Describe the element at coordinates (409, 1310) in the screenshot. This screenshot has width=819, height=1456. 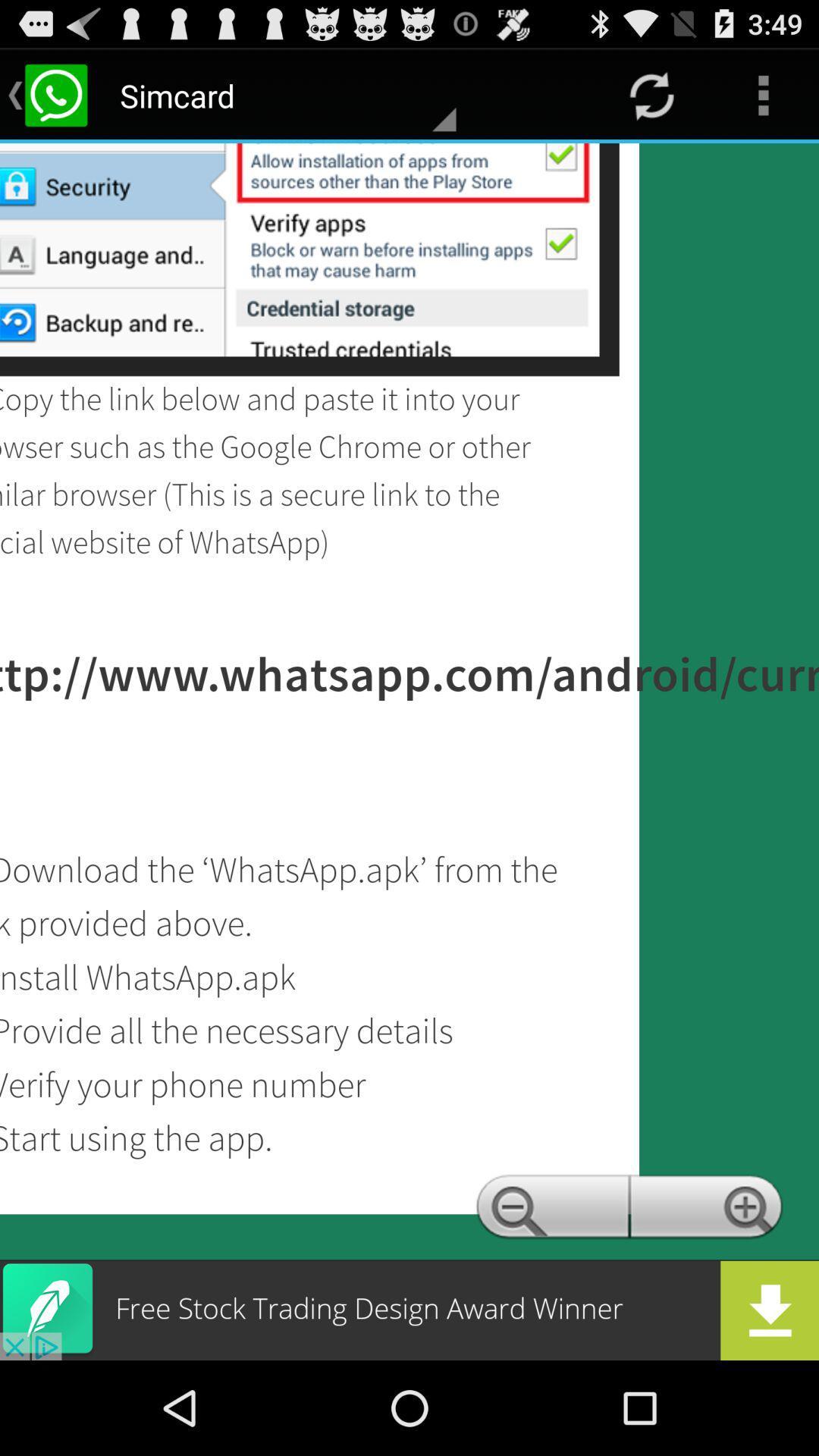
I see `advertisements` at that location.